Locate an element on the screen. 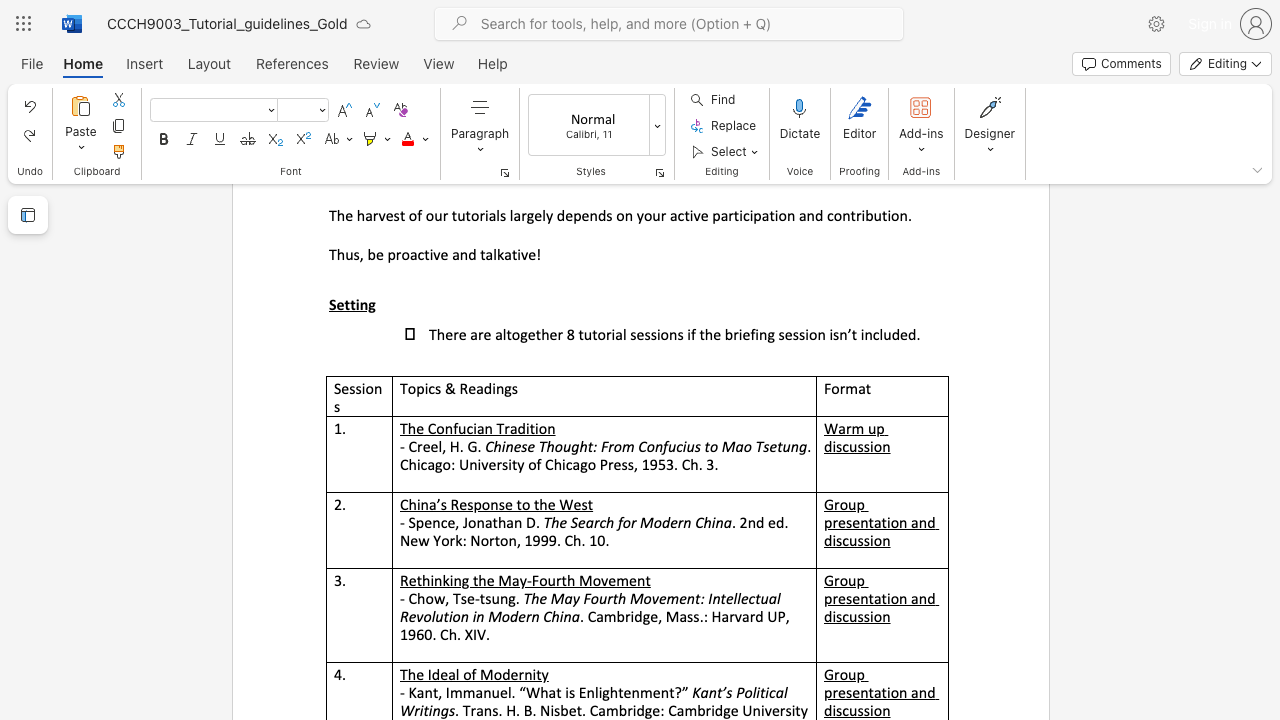  the subset text "ing" within the text "Kant’s Political Writings" is located at coordinates (427, 709).